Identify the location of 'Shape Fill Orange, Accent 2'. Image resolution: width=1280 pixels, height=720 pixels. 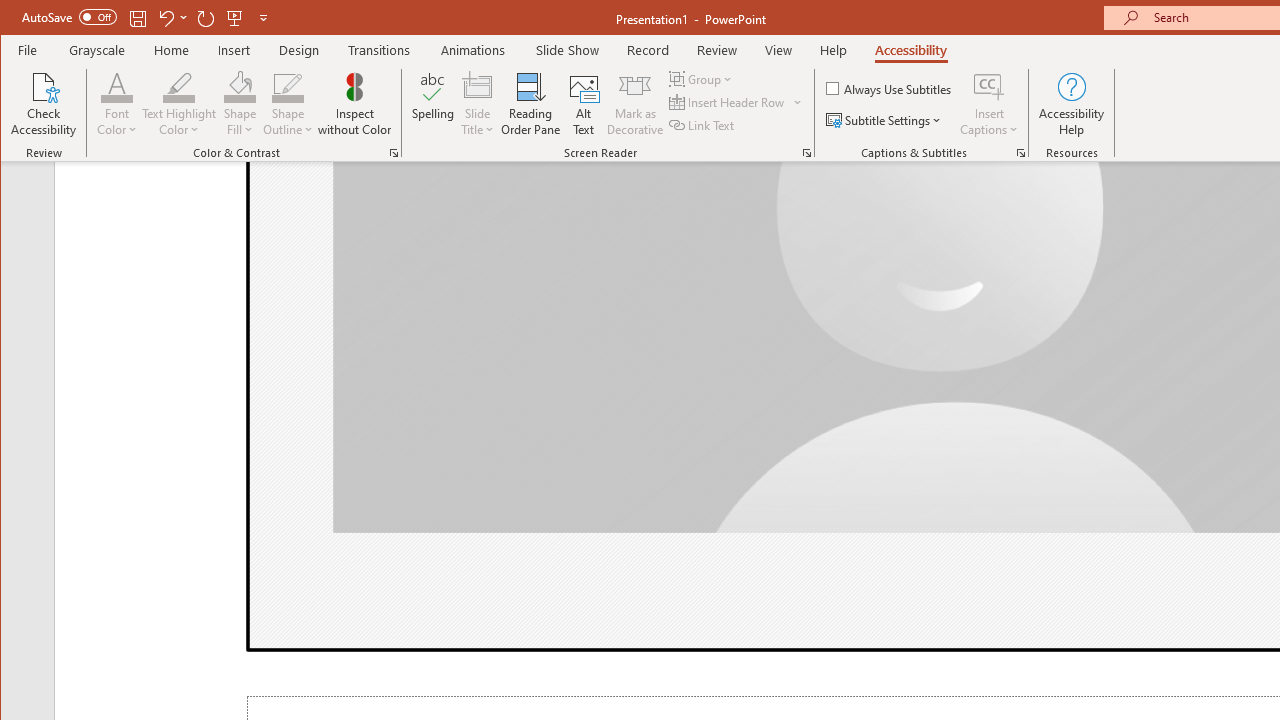
(240, 85).